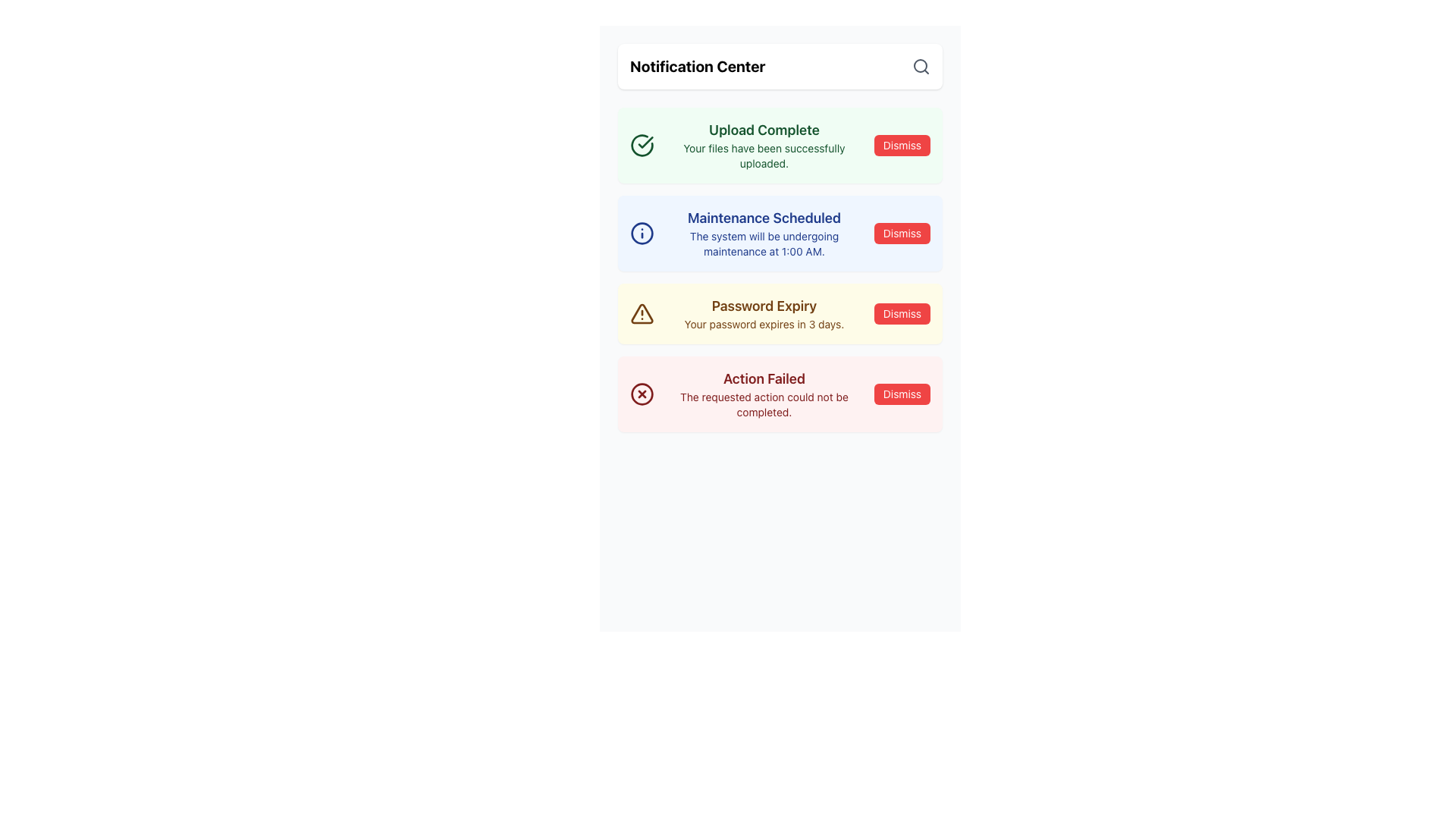 The width and height of the screenshot is (1456, 819). What do you see at coordinates (642, 146) in the screenshot?
I see `the circular icon with a green border and a checkmark inside, located in the top-left corner of the 'Upload Complete' notification card` at bounding box center [642, 146].